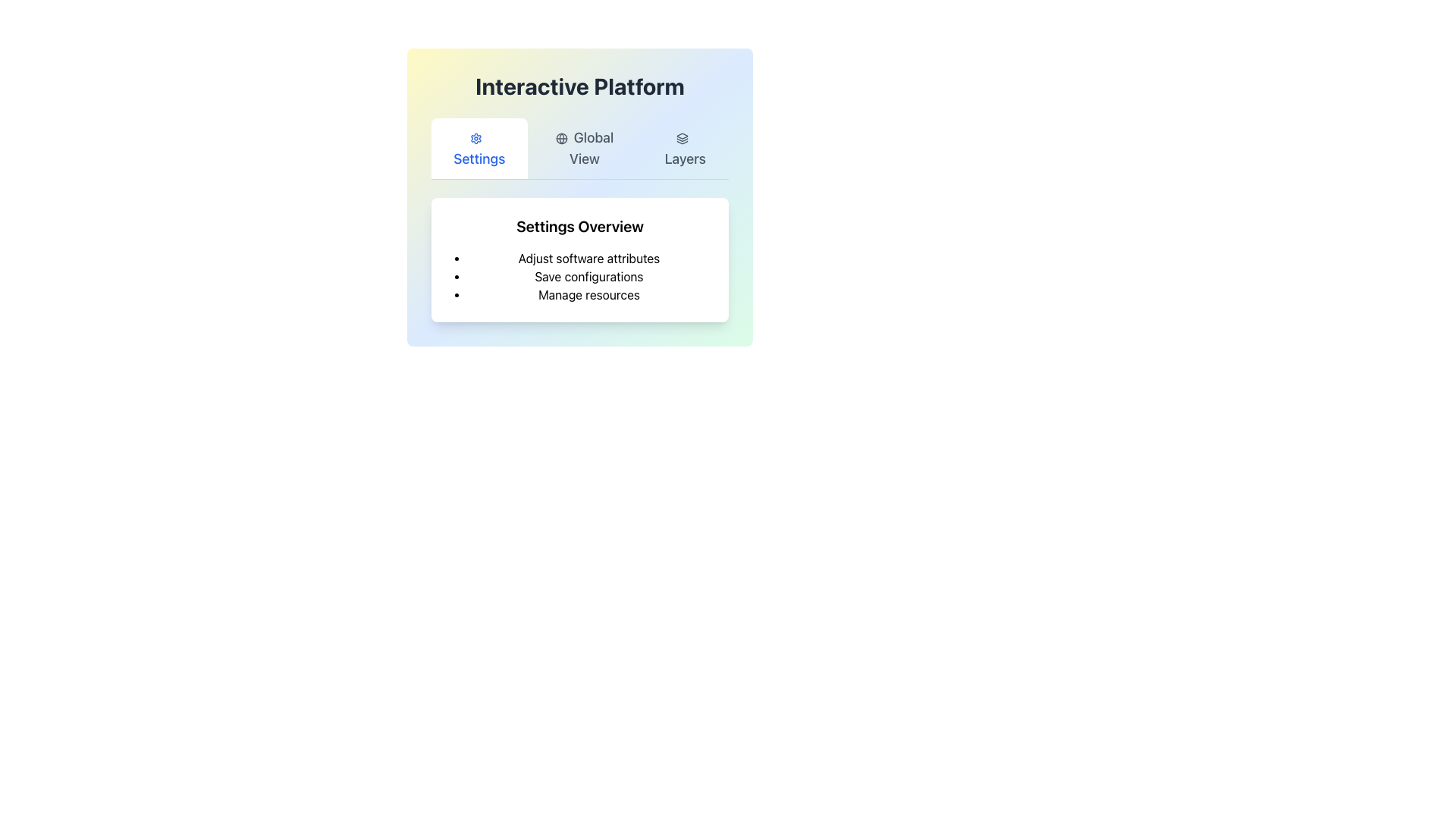 The width and height of the screenshot is (1456, 819). What do you see at coordinates (579, 149) in the screenshot?
I see `the second navigation tab labeled 'Global View'` at bounding box center [579, 149].